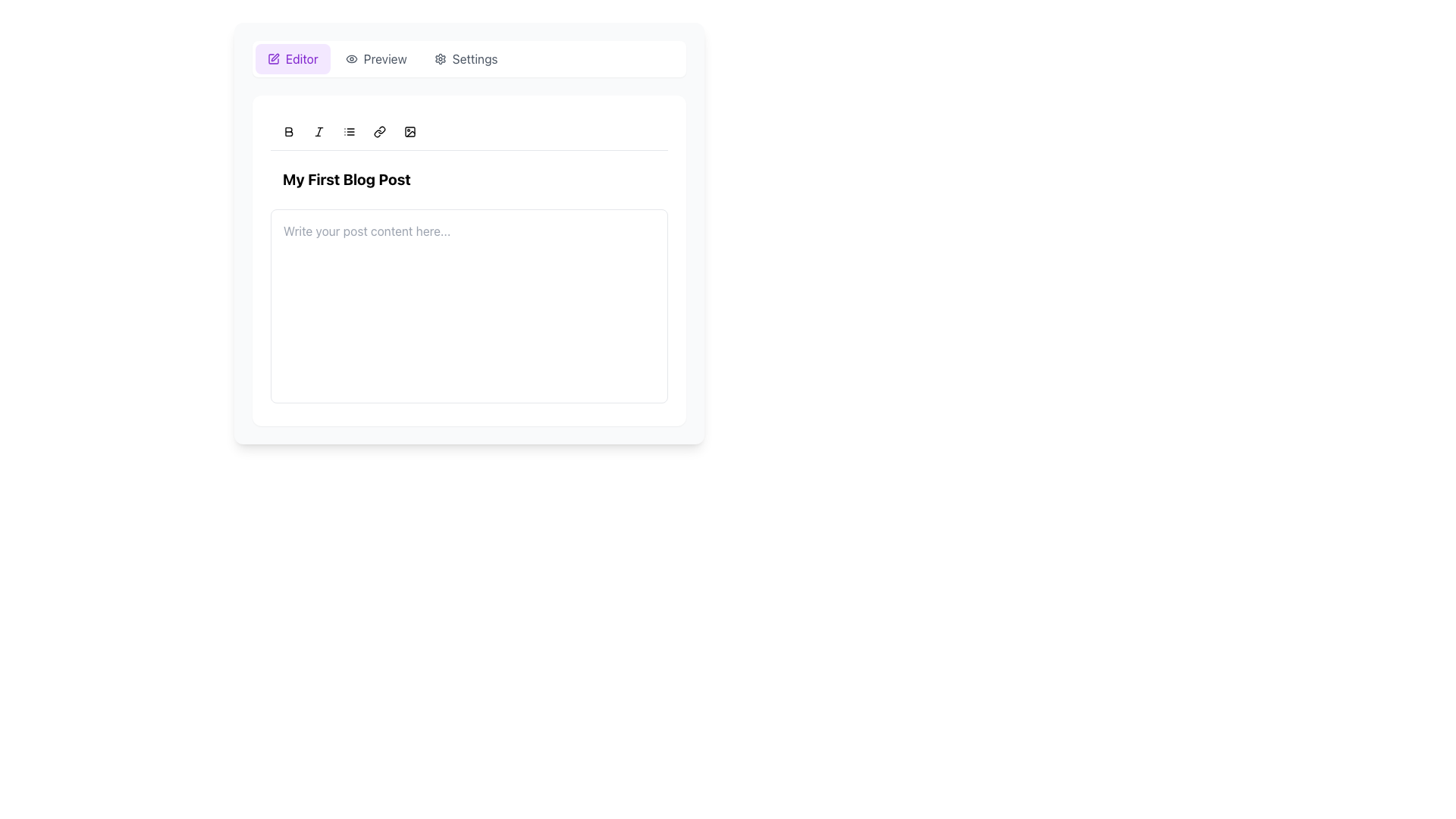 This screenshot has width=1456, height=819. I want to click on the circular gear-like icon associated with settings, located to the left of the text 'Settings' in the top-right section of the interface, so click(439, 58).